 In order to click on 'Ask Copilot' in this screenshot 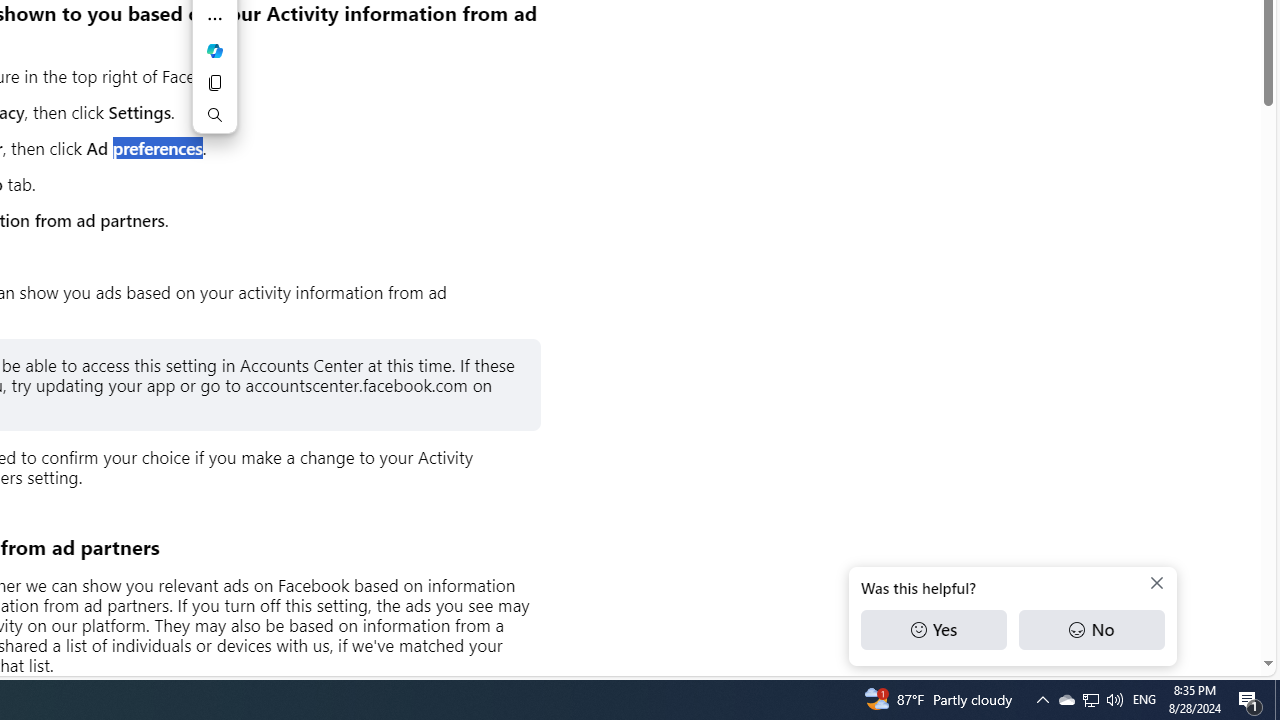, I will do `click(215, 50)`.